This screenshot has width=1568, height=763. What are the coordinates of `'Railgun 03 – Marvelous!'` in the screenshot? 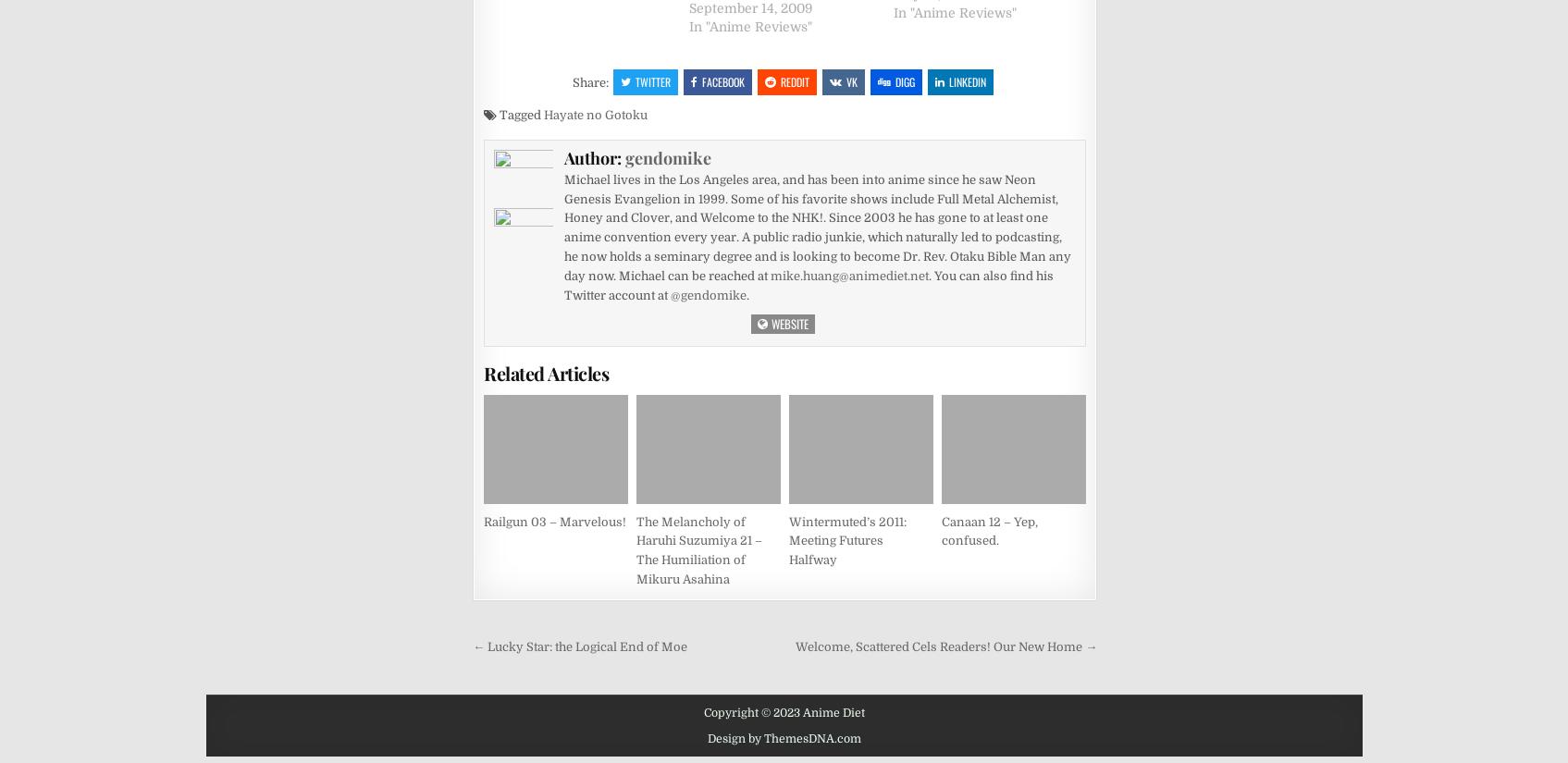 It's located at (554, 521).